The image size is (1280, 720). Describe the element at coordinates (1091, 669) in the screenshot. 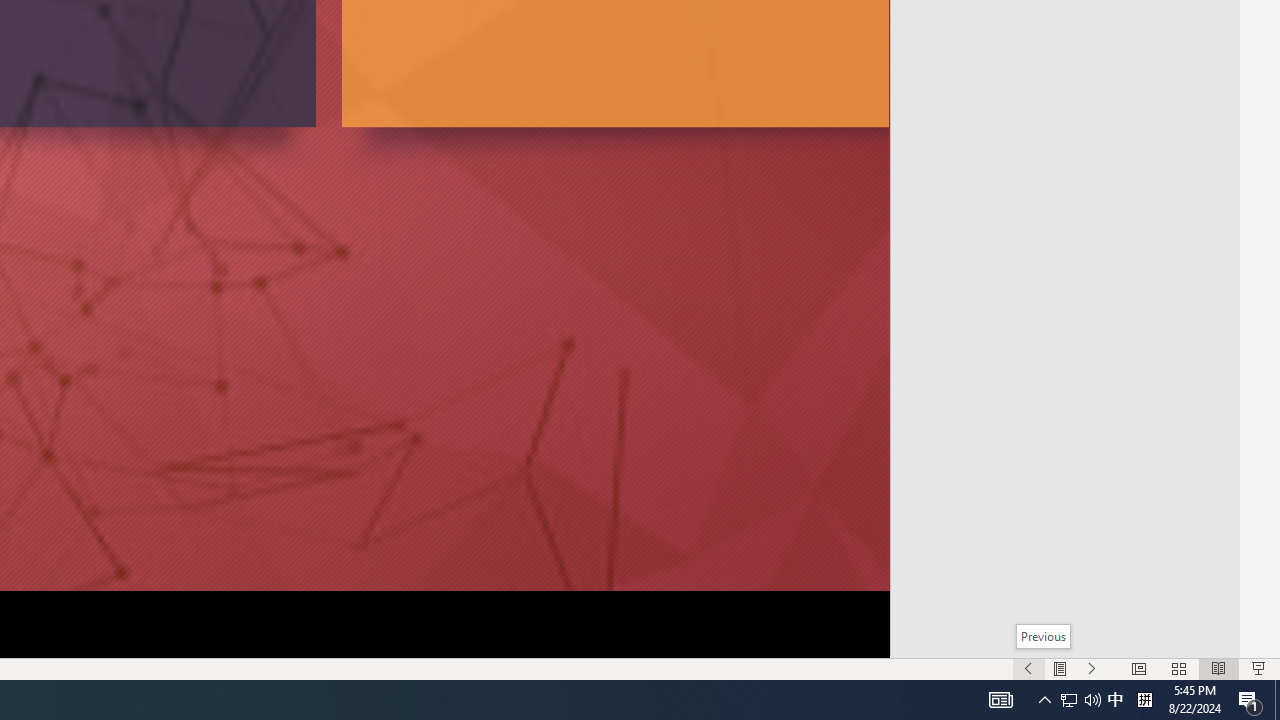

I see `'Slide Show Next On'` at that location.